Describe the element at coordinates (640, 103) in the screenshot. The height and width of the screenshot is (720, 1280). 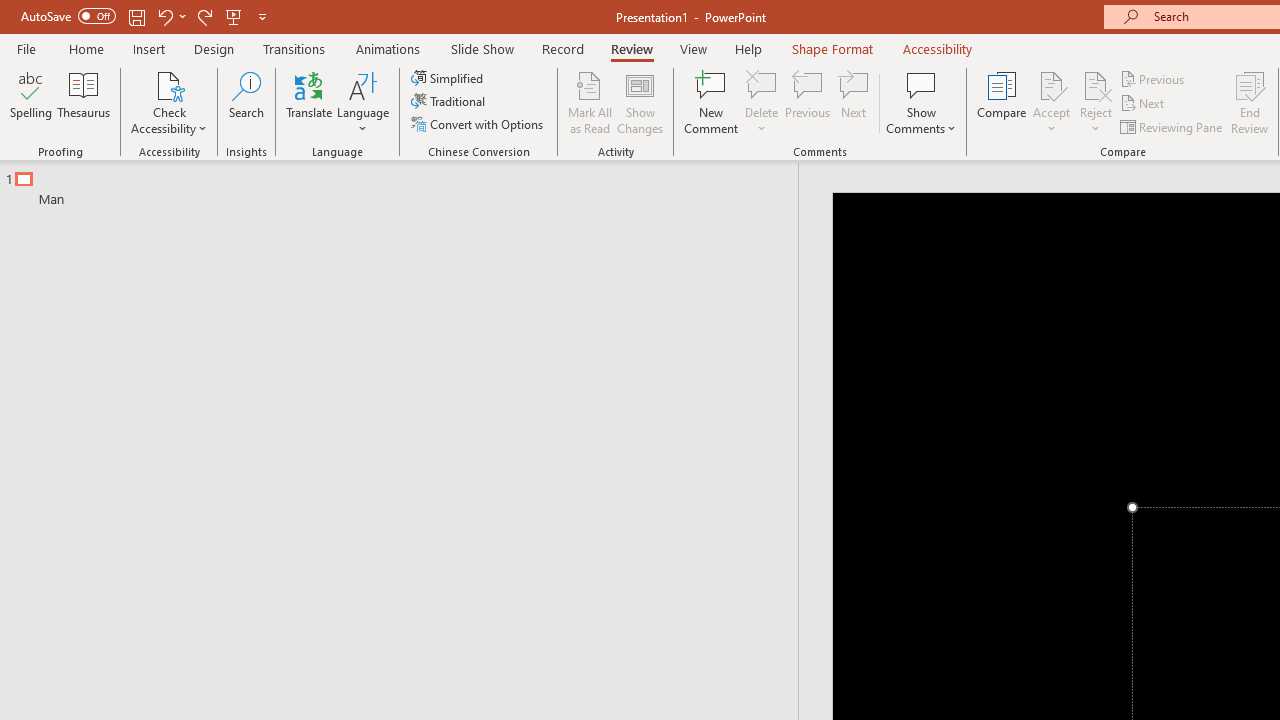
I see `'Show Changes'` at that location.